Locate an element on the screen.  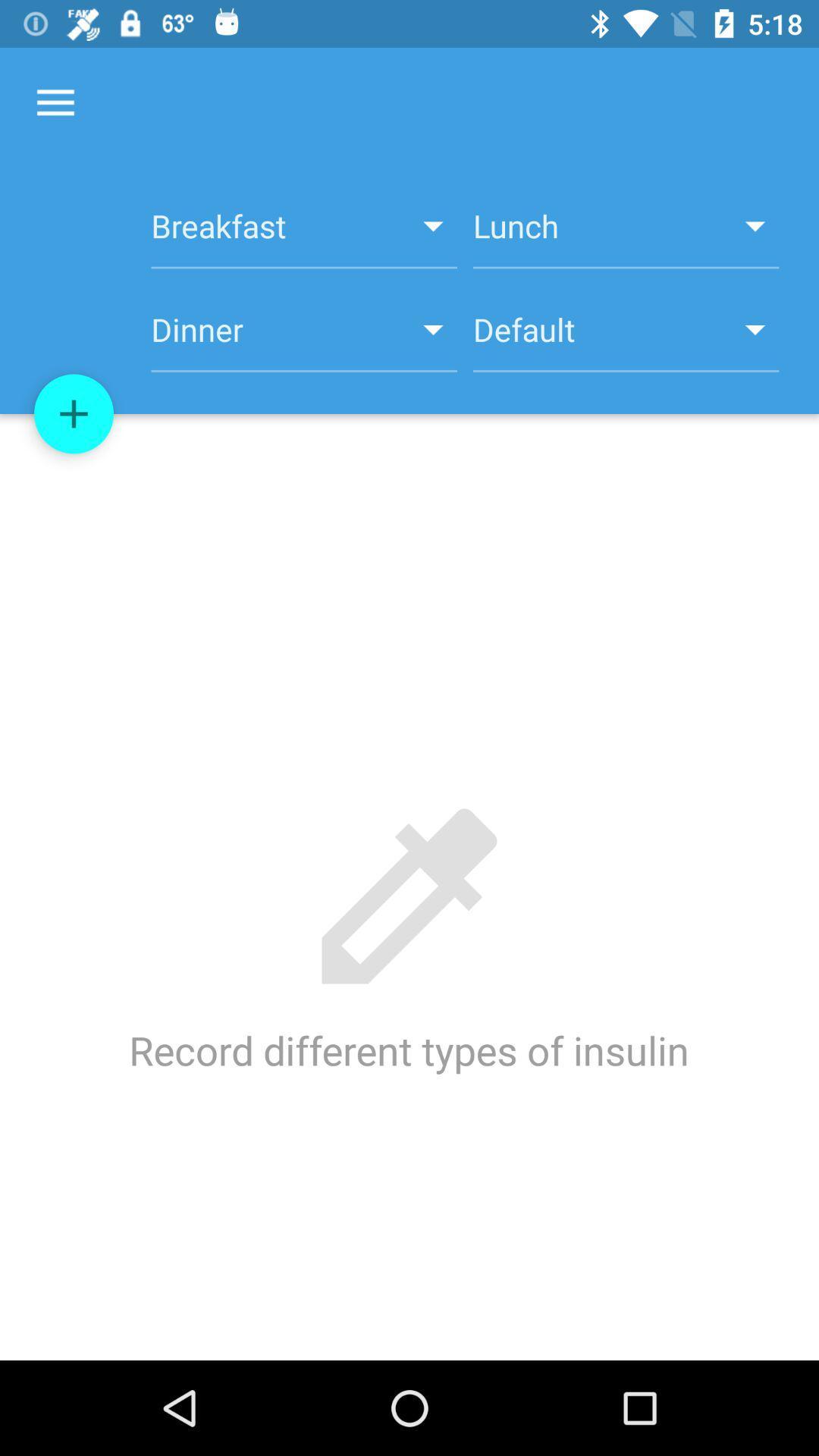
a meal is located at coordinates (74, 414).